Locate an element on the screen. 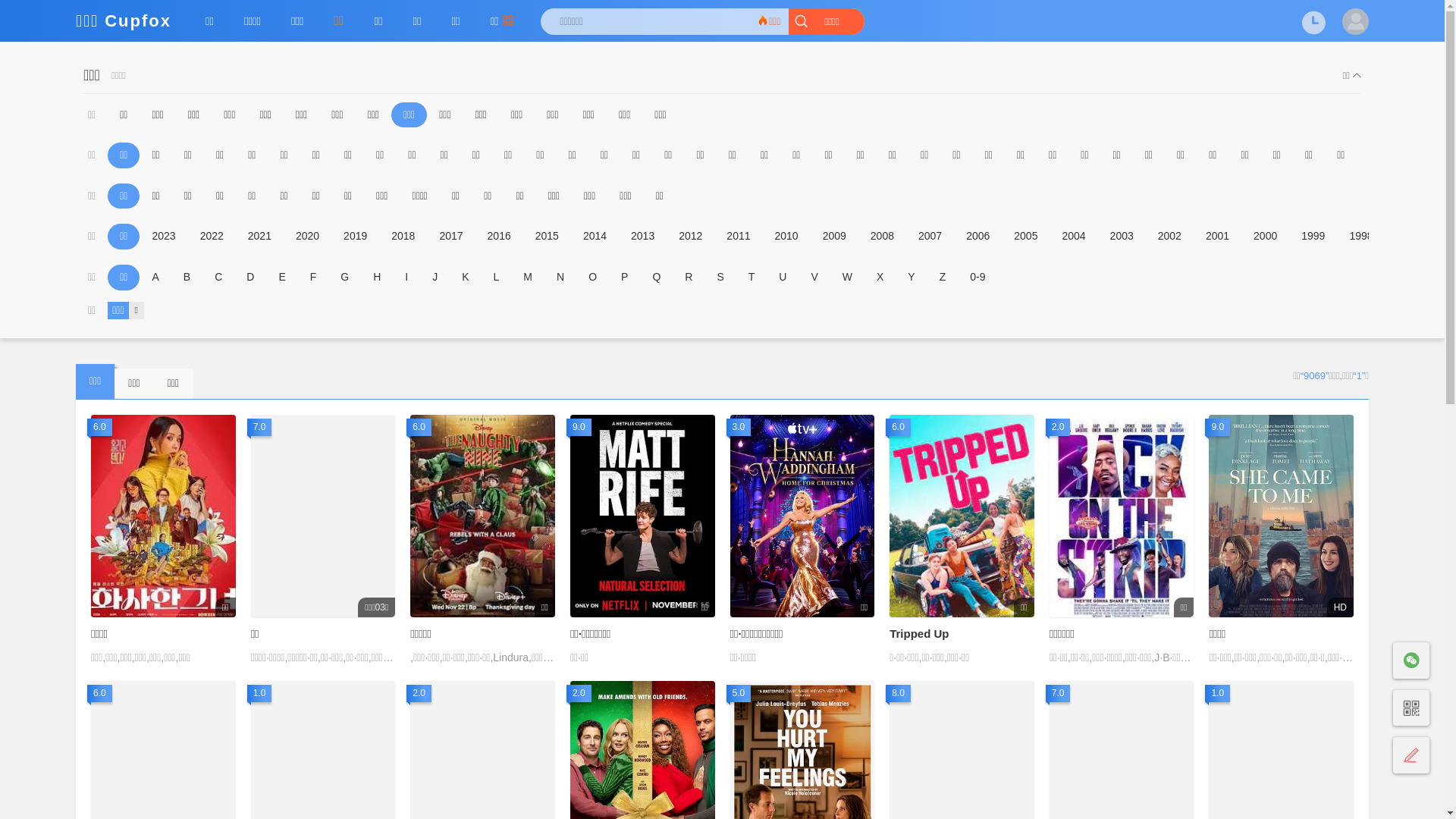  '2011' is located at coordinates (738, 237).